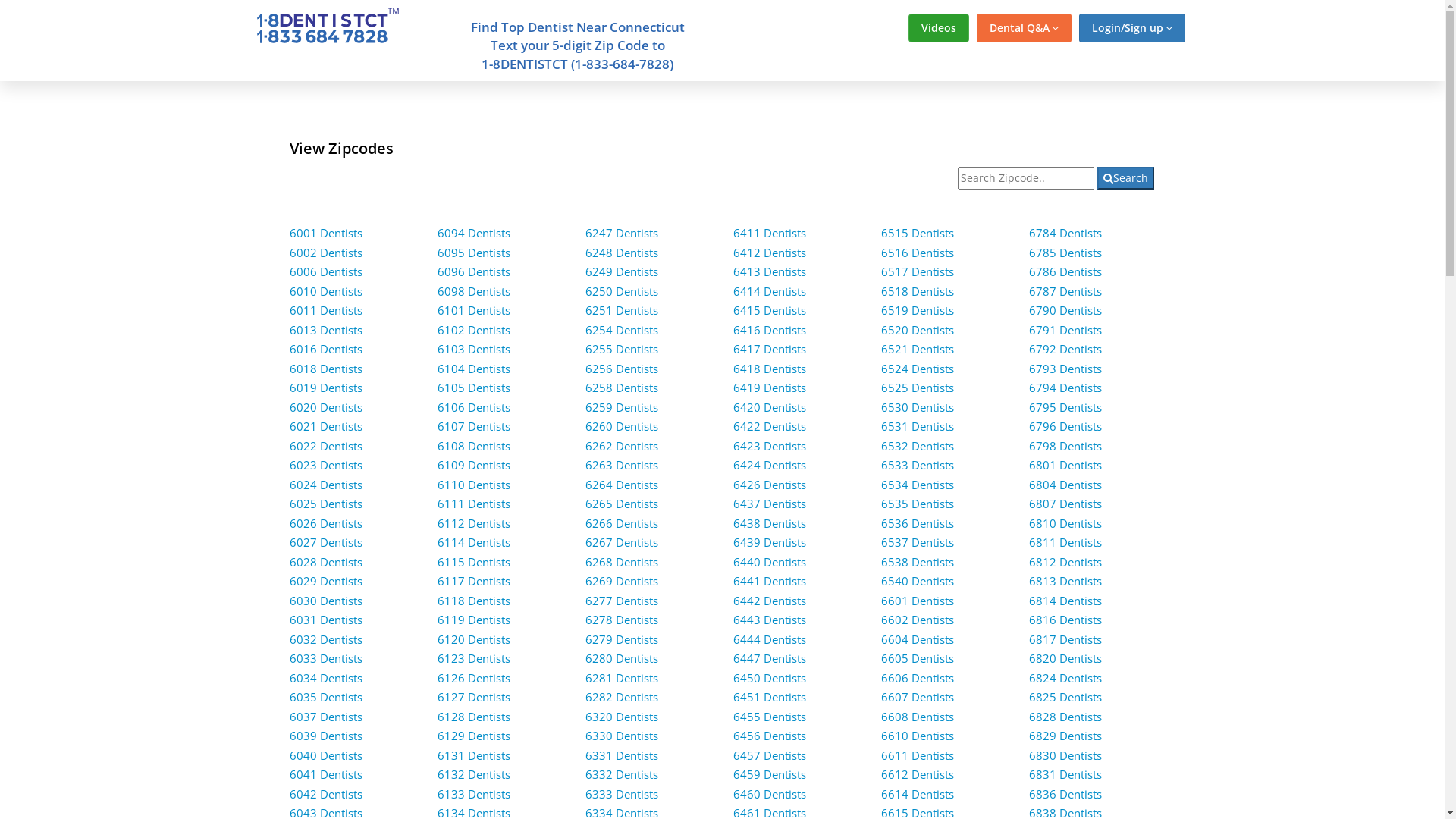  Describe the element at coordinates (290, 348) in the screenshot. I see `'6016 Dentists'` at that location.